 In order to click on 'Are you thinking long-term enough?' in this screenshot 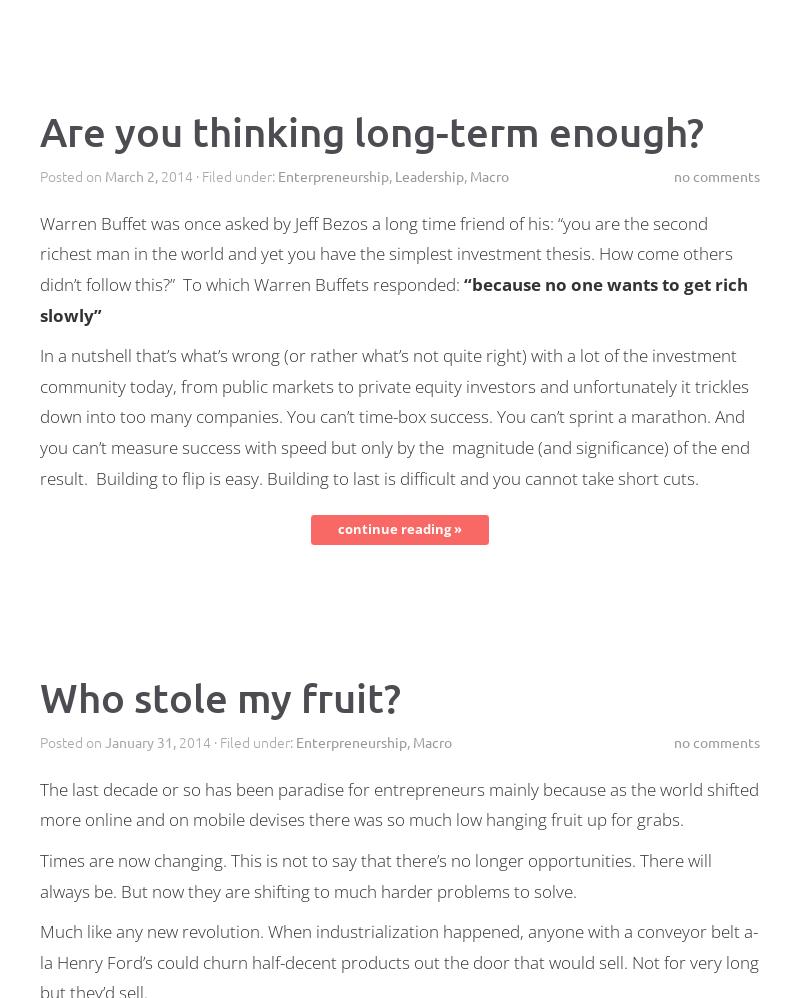, I will do `click(39, 130)`.